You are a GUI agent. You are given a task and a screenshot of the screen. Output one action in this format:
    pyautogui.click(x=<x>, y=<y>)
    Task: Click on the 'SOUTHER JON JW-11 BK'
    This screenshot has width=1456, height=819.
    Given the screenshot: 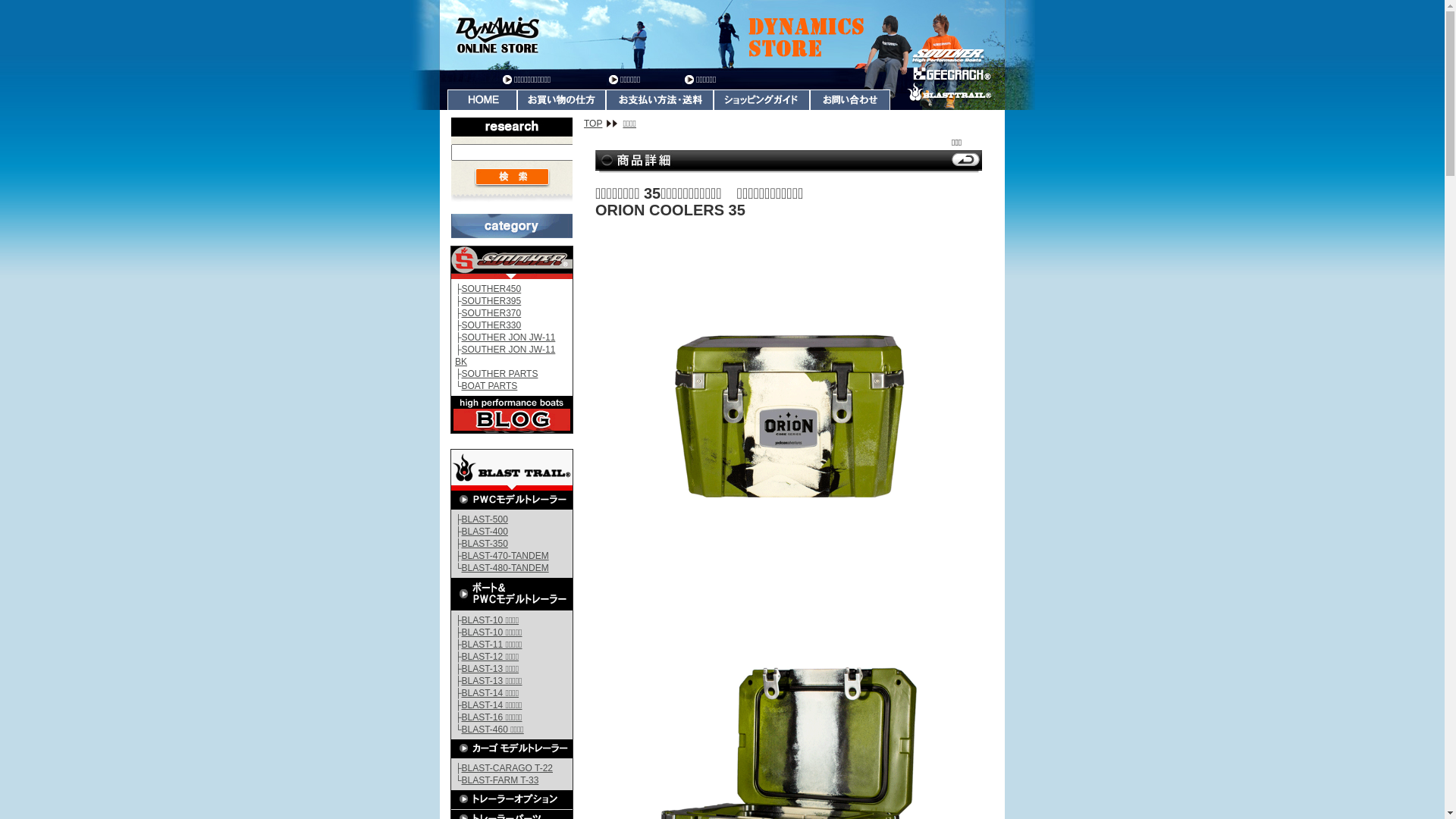 What is the action you would take?
    pyautogui.click(x=505, y=356)
    